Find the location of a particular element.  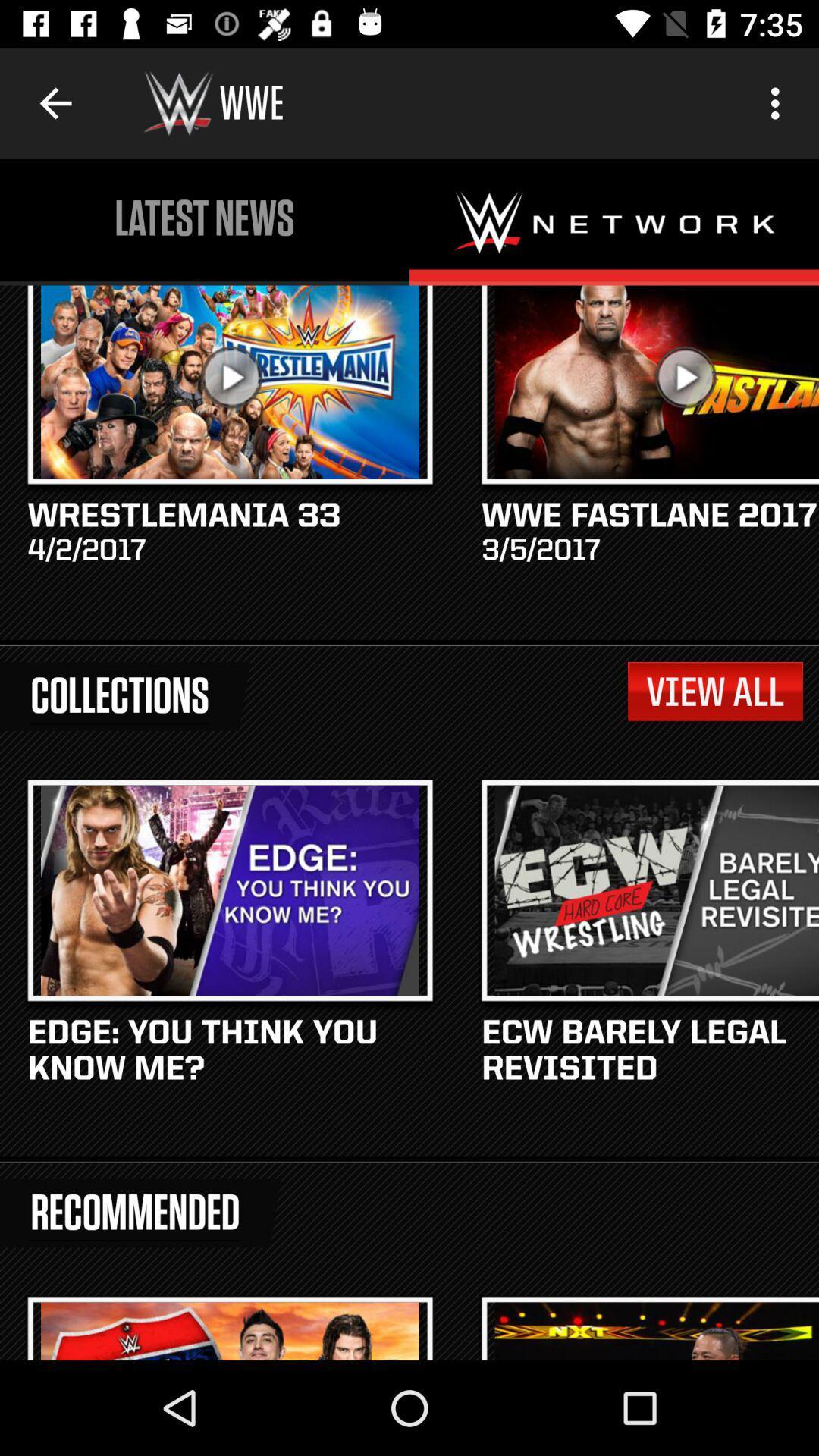

wwe network is located at coordinates (614, 221).